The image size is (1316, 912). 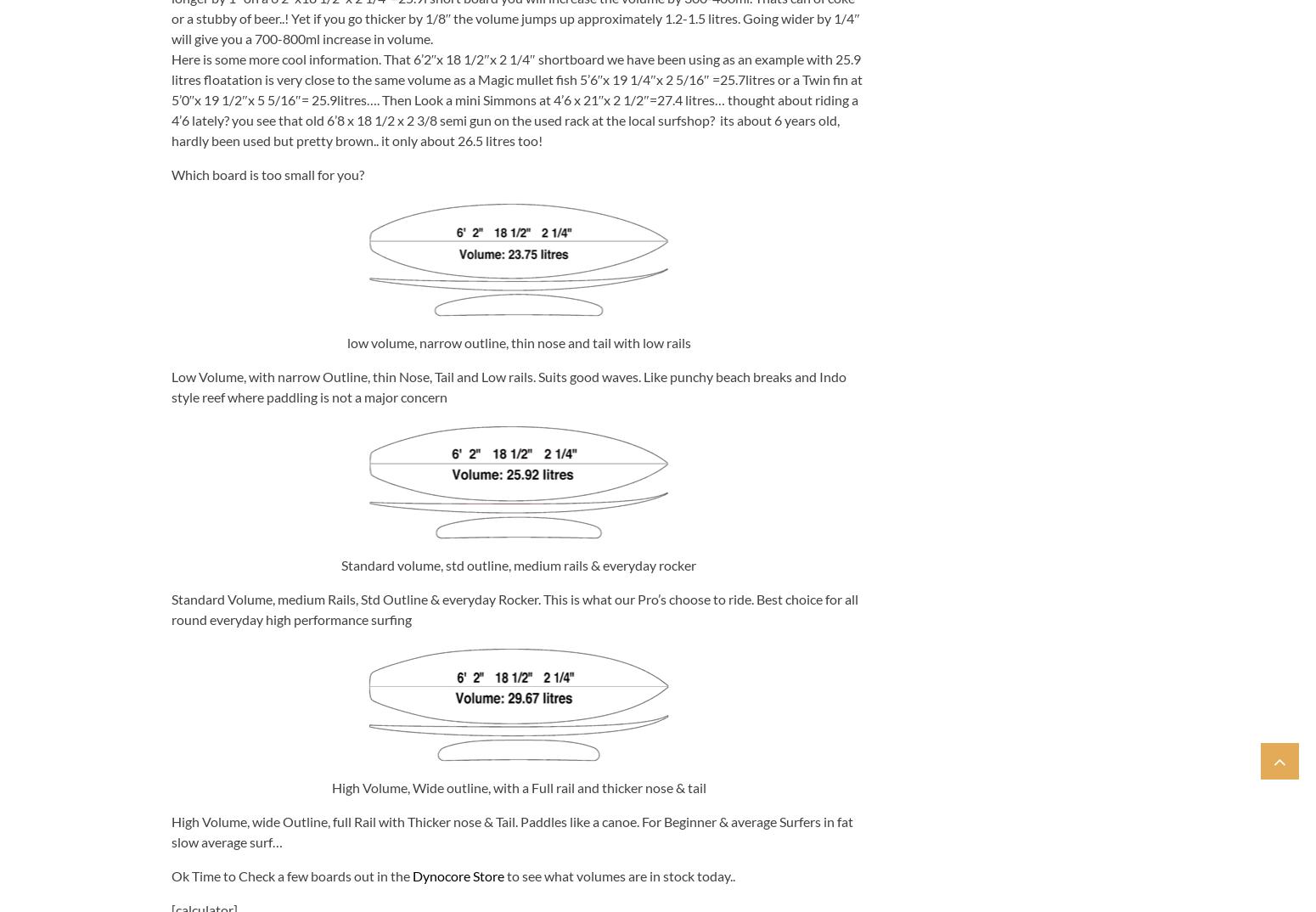 I want to click on 'low volume, narrow outline, thin nose and tail with low rails', so click(x=518, y=341).